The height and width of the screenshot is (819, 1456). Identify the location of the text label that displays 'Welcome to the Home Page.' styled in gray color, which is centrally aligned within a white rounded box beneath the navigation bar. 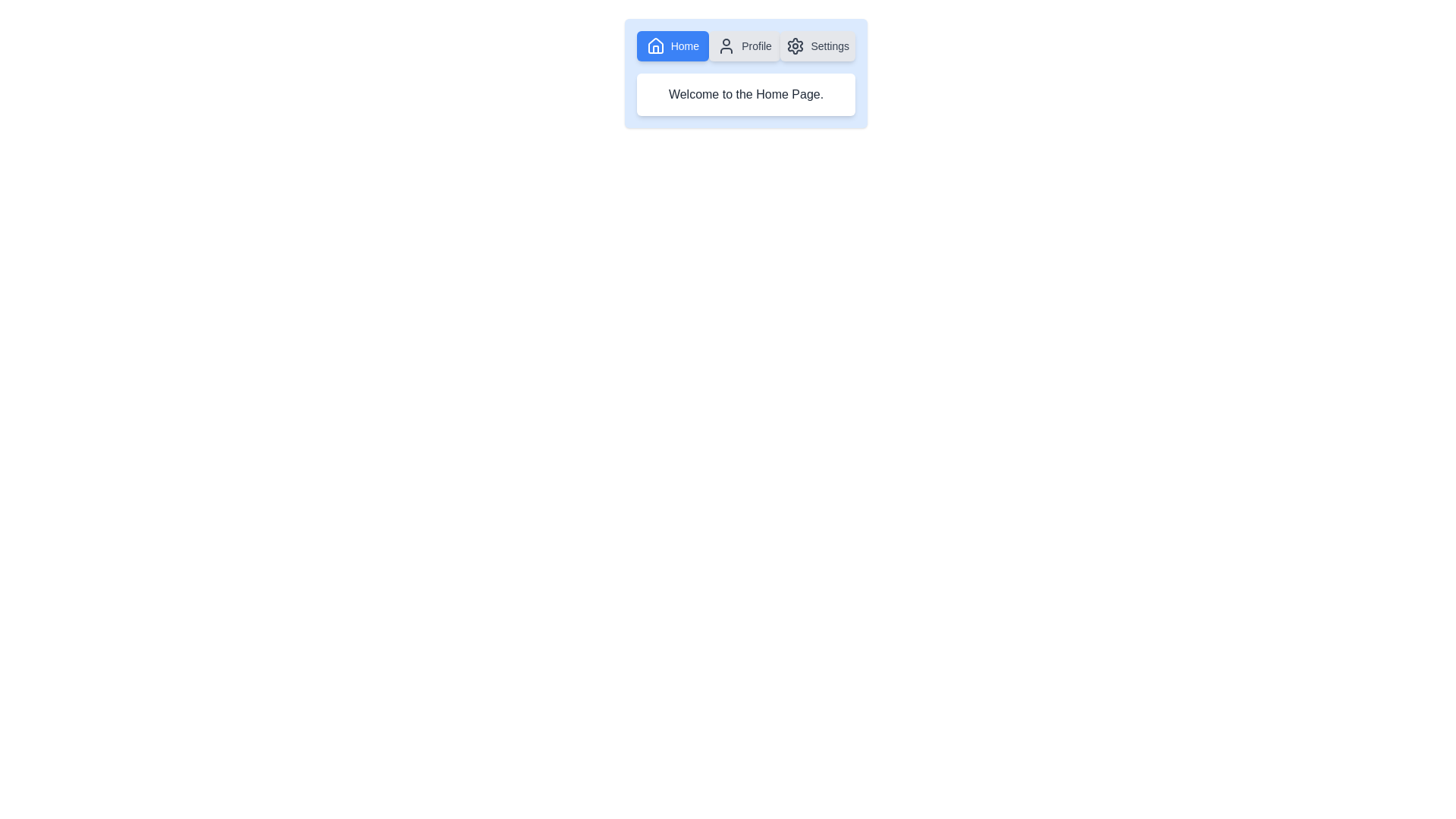
(745, 94).